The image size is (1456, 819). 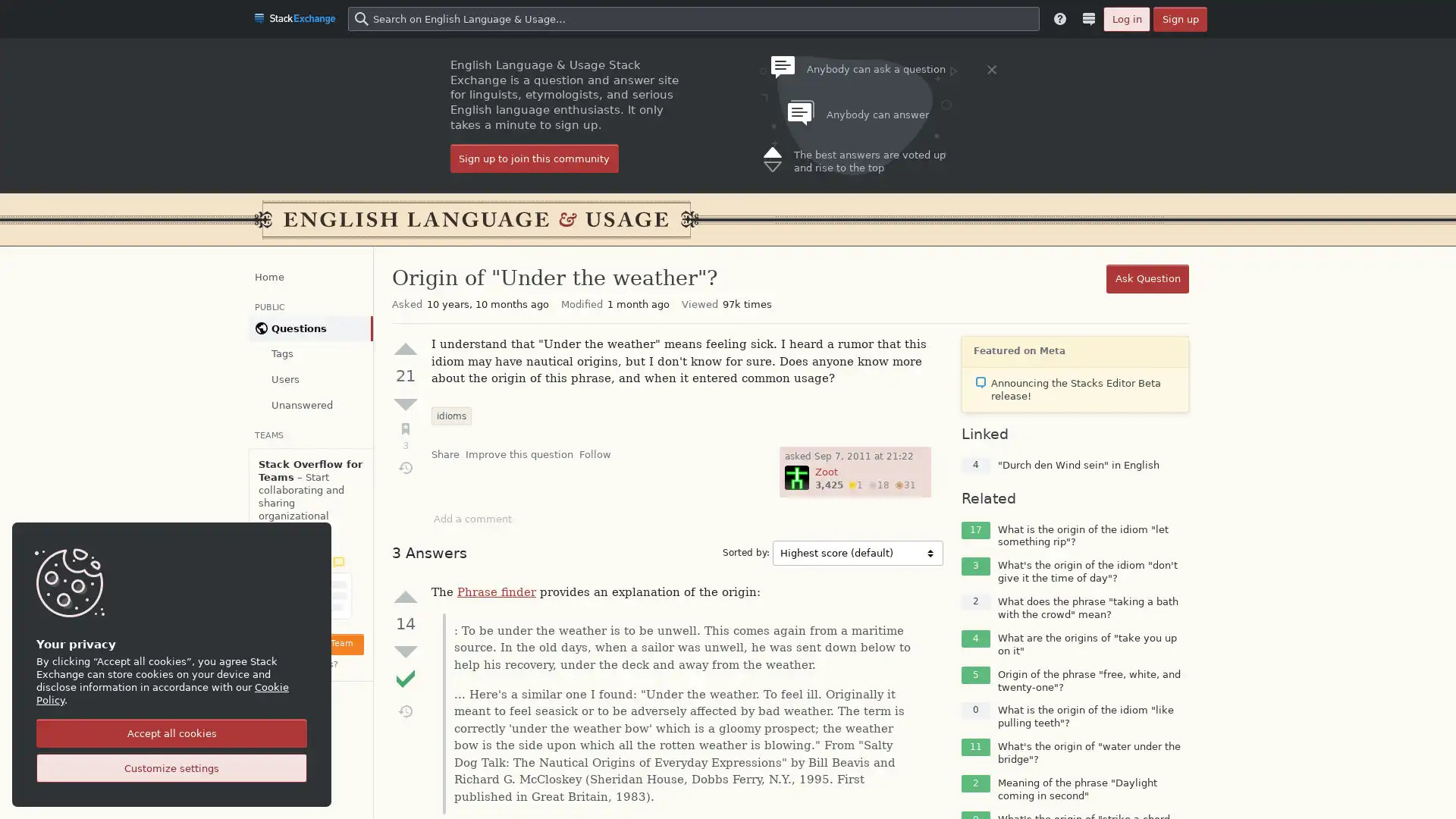 What do you see at coordinates (171, 733) in the screenshot?
I see `Accept all cookies` at bounding box center [171, 733].